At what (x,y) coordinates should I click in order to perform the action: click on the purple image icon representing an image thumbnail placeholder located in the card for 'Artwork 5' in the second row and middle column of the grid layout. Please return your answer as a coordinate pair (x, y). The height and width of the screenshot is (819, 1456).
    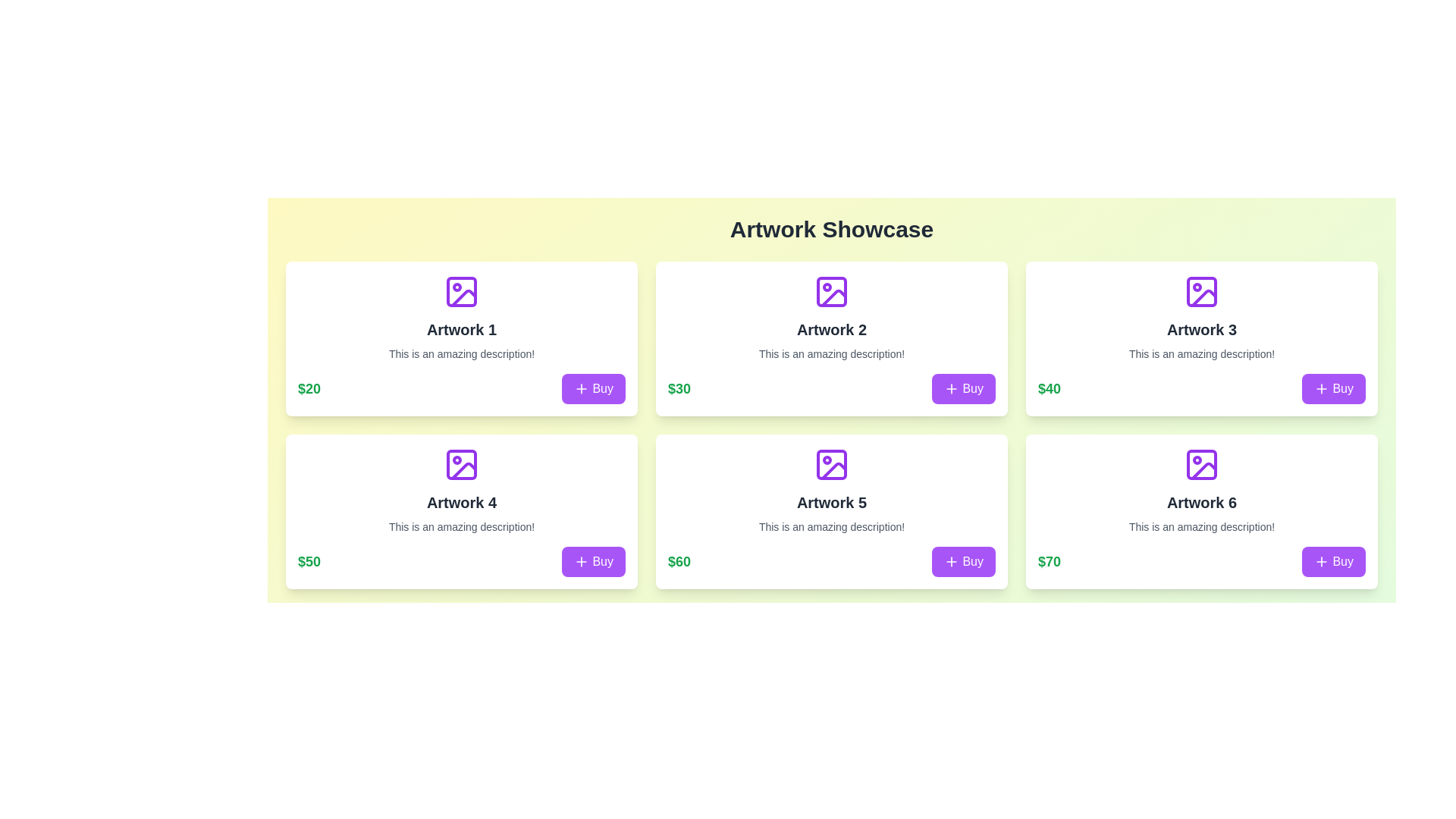
    Looking at the image, I should click on (831, 464).